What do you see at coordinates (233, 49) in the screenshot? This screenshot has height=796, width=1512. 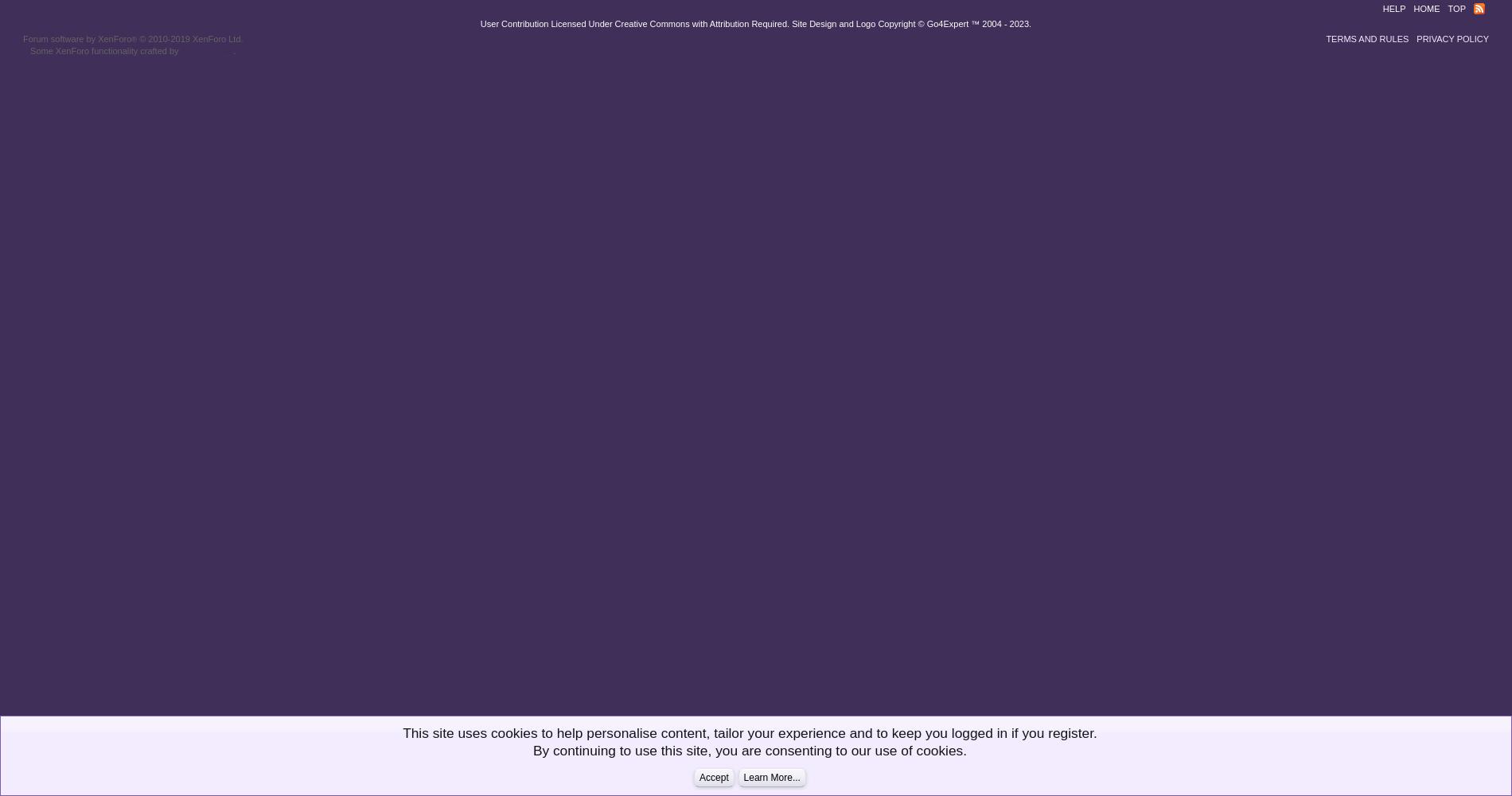 I see `'.'` at bounding box center [233, 49].